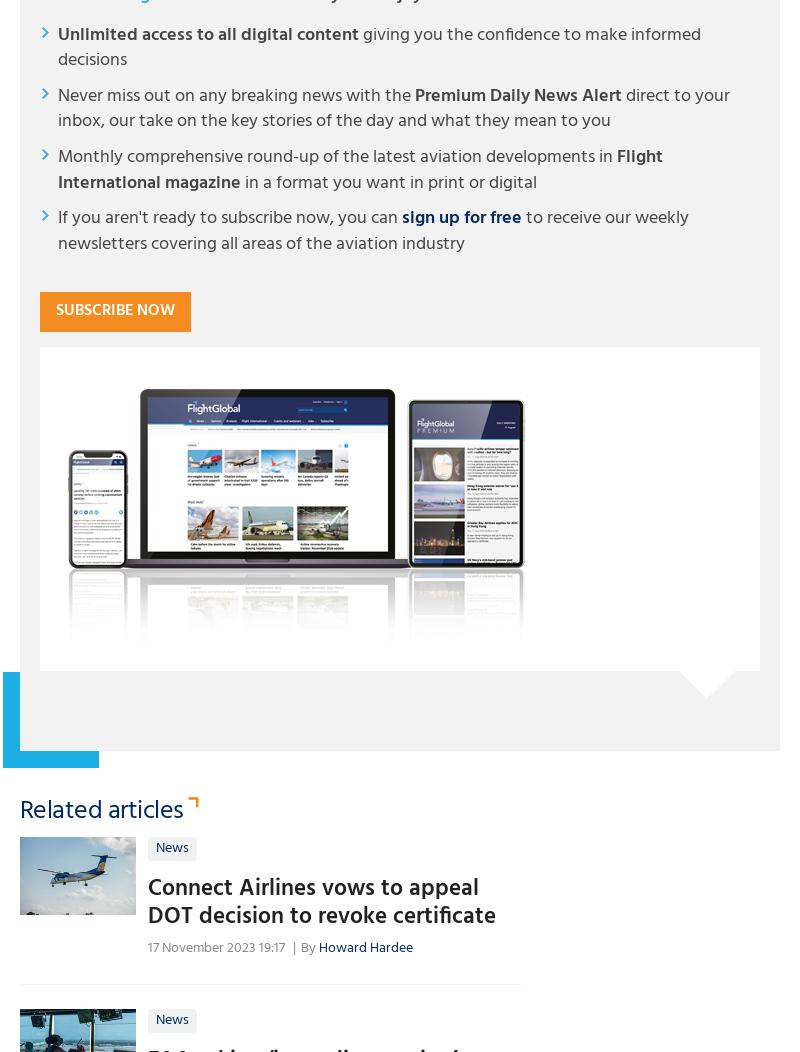 The image size is (800, 1052). What do you see at coordinates (461, 218) in the screenshot?
I see `'sign up for free'` at bounding box center [461, 218].